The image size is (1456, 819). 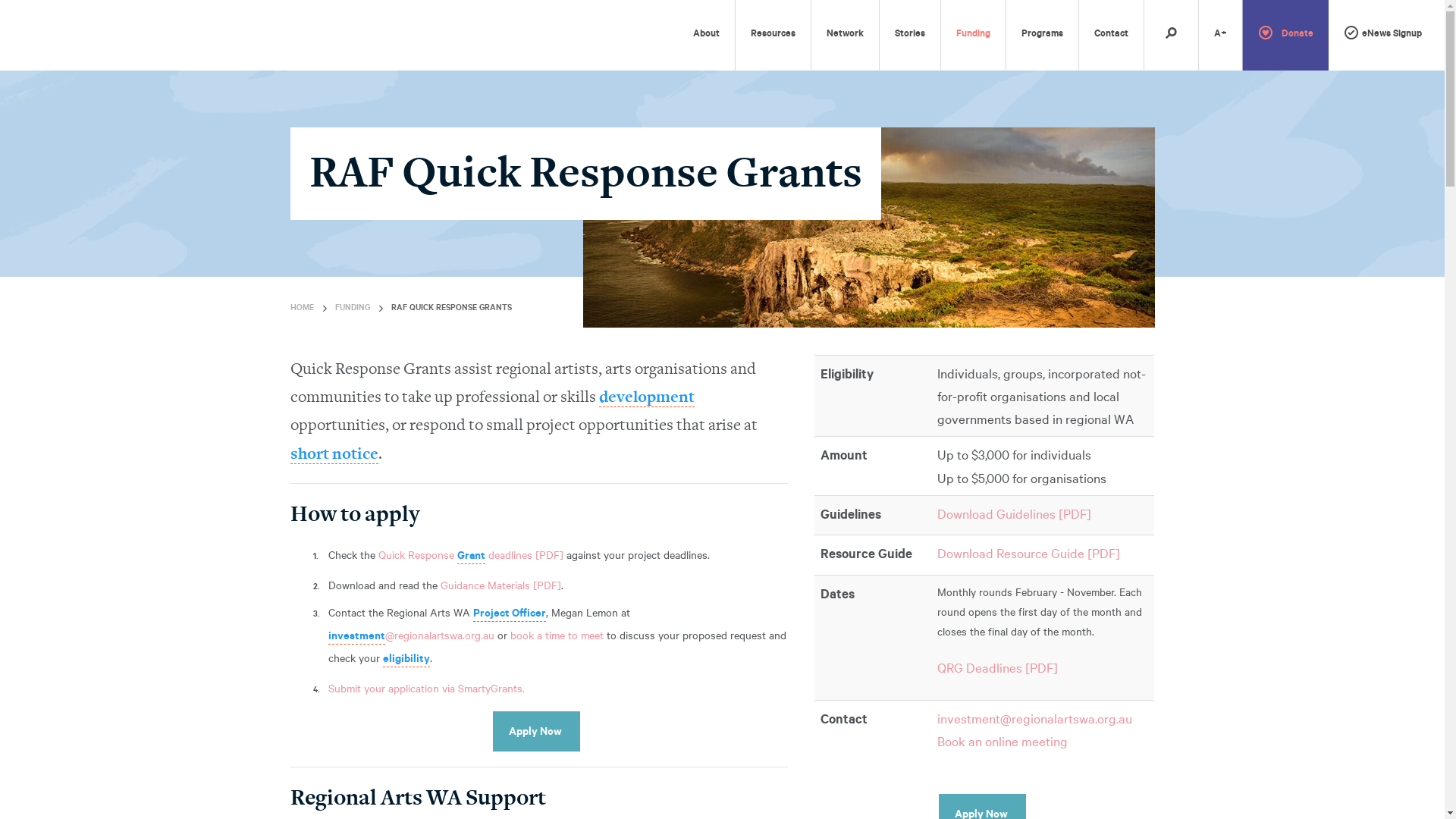 What do you see at coordinates (536, 730) in the screenshot?
I see `'Apply Now'` at bounding box center [536, 730].